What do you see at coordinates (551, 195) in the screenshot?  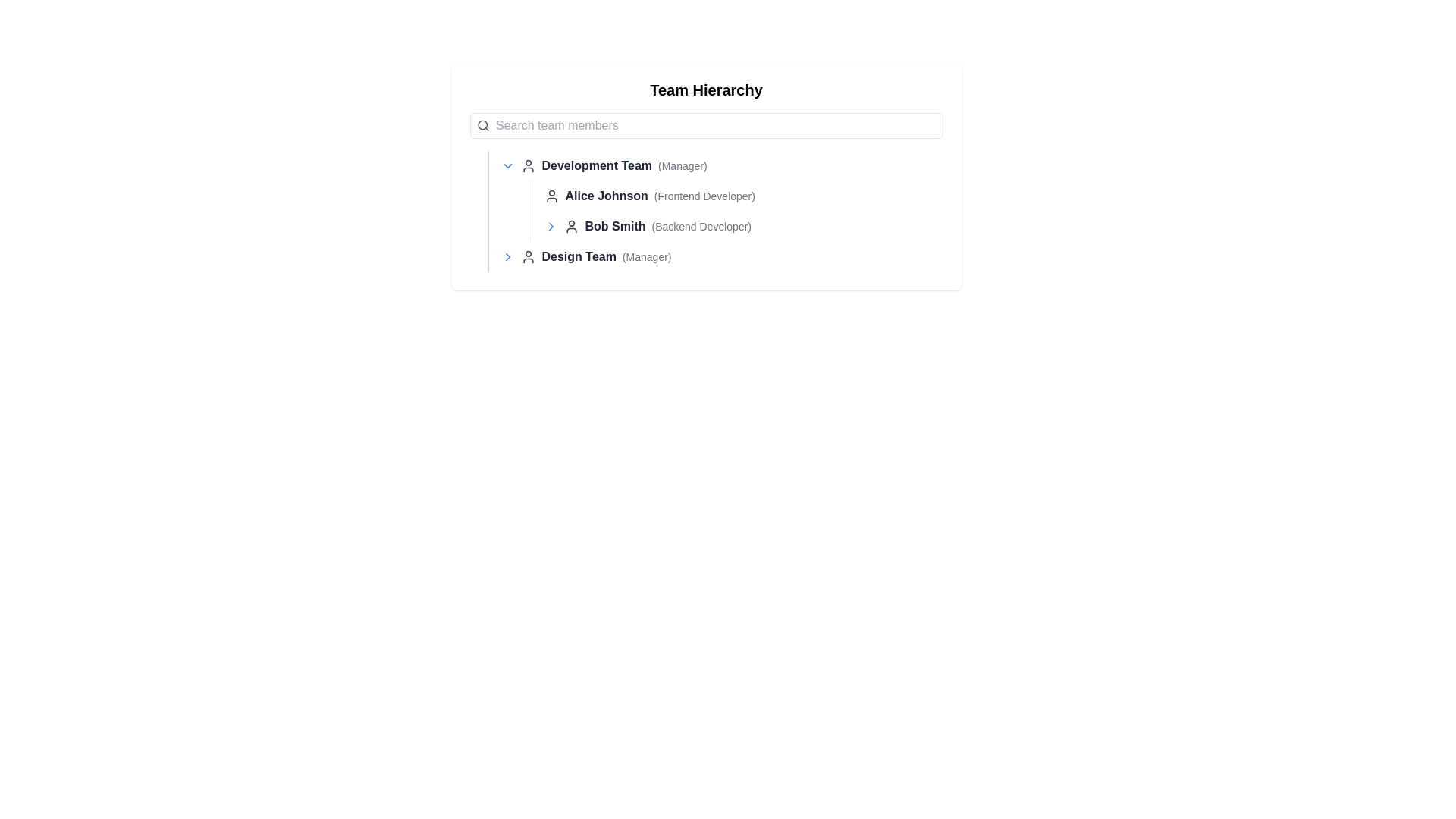 I see `the user avatar icon, which is a rounded grayish human-like shape located to the left of the 'Alice Johnson (Frontend Developer)' text` at bounding box center [551, 195].